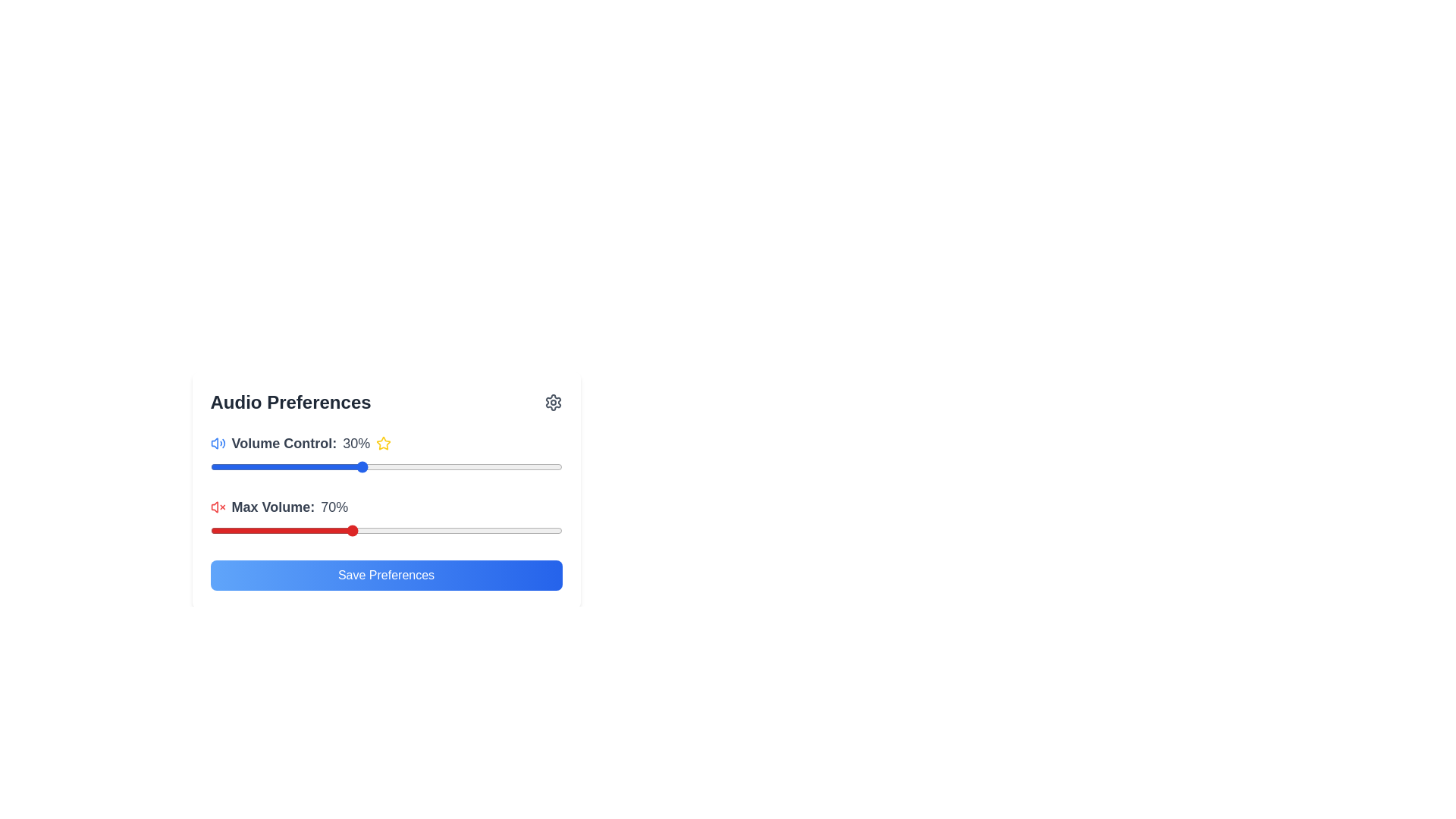  I want to click on the gear icon in the top-right corner of the 'Audio Preferences' card, so click(552, 402).